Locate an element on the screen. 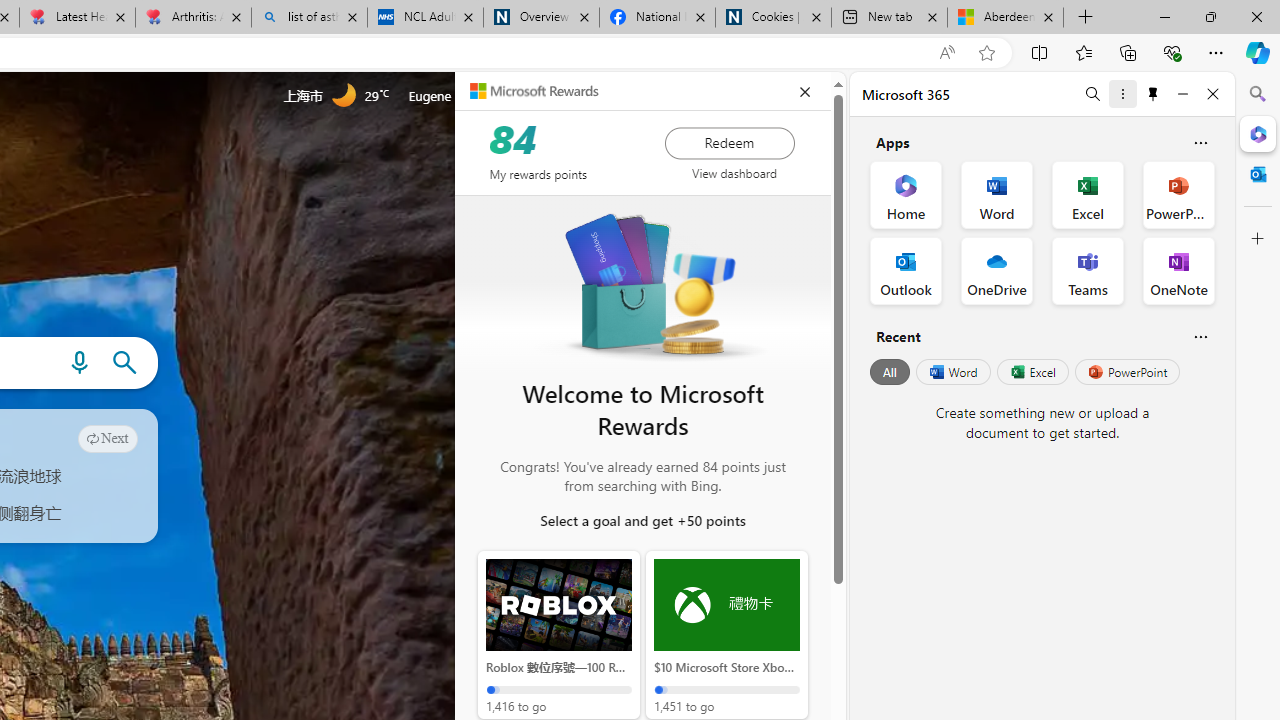 The height and width of the screenshot is (720, 1280). 'Word Office App' is located at coordinates (997, 195).